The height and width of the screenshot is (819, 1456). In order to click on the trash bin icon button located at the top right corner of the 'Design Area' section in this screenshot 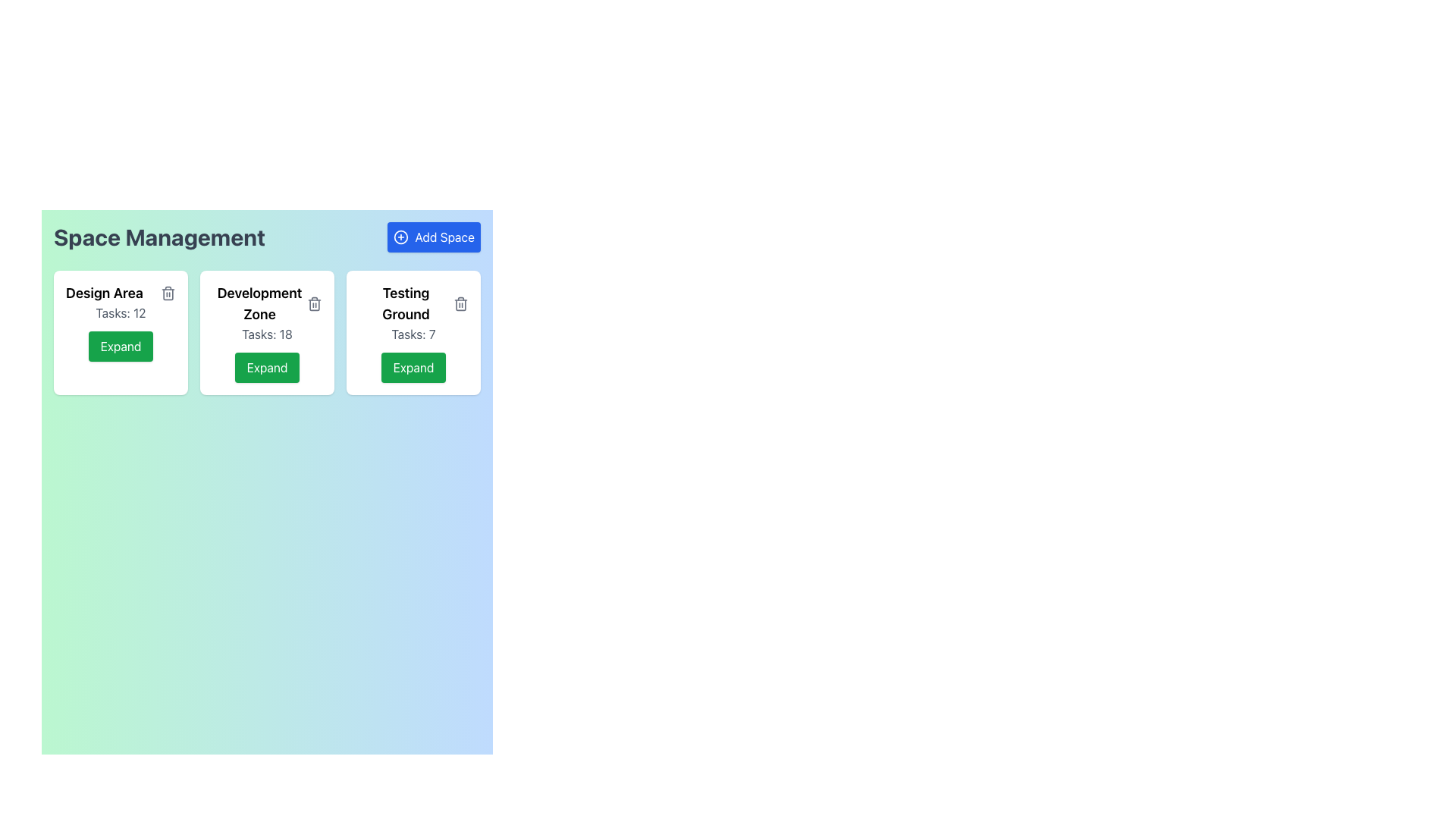, I will do `click(168, 293)`.